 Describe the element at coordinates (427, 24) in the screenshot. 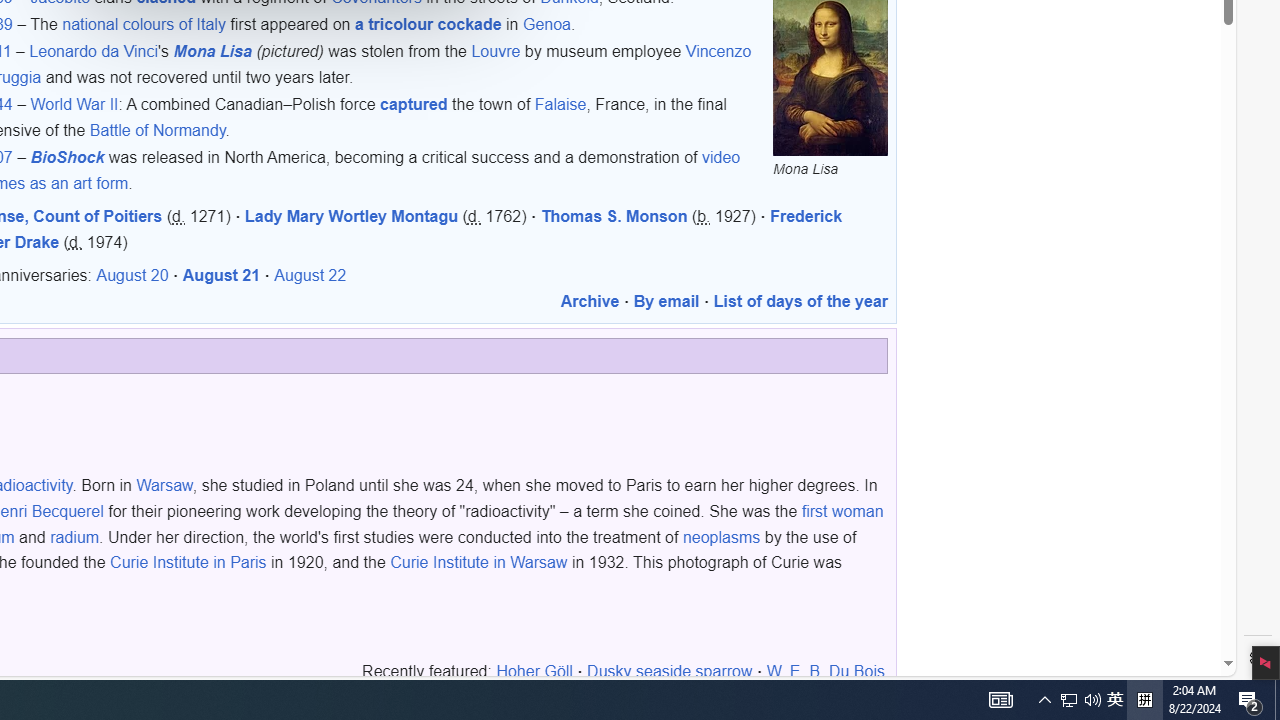

I see `'a tricolour cockade'` at that location.